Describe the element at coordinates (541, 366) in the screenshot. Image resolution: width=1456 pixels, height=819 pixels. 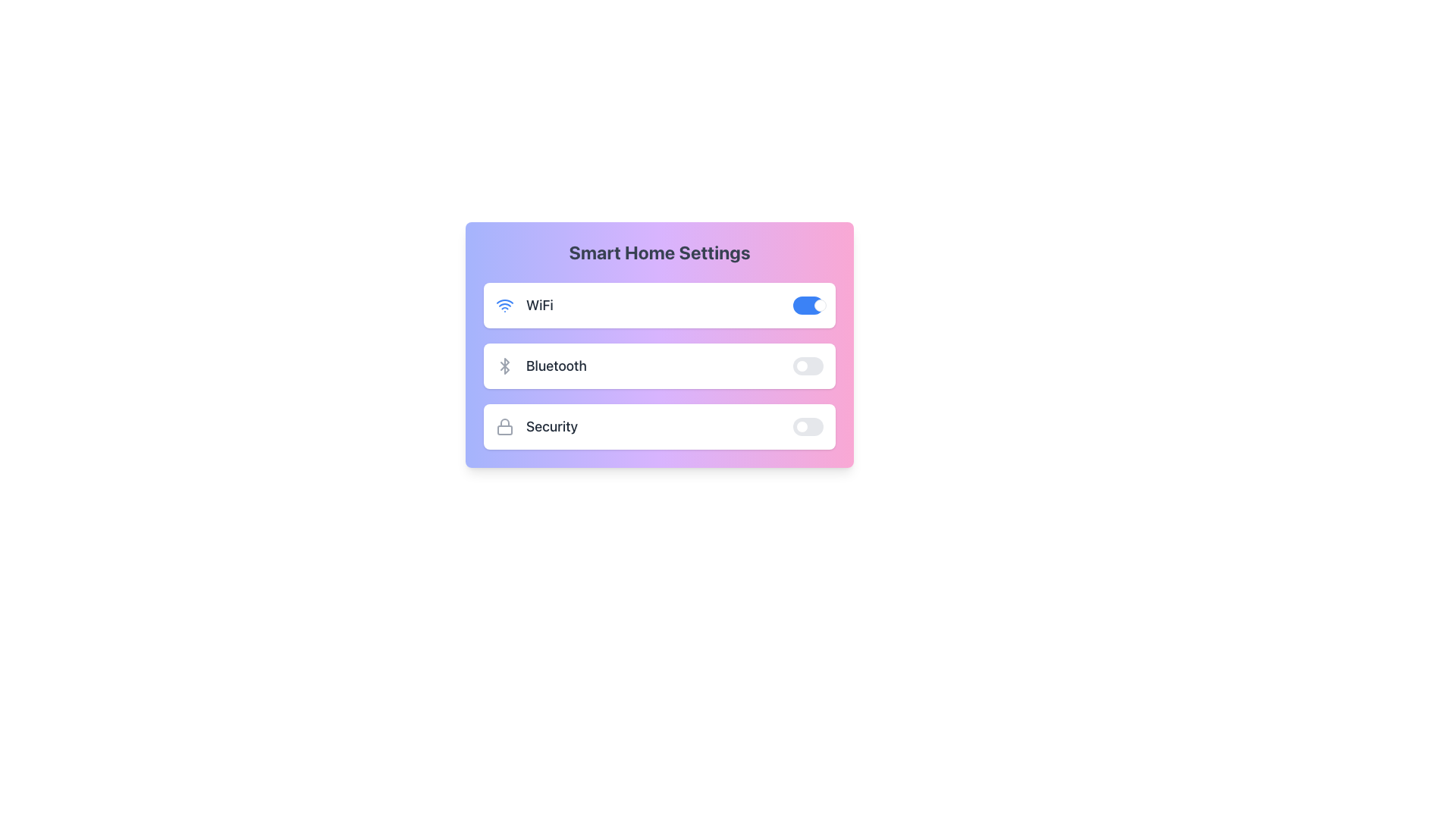
I see `the 'Bluetooth' text label and icon in the settings options list, which is the second item below 'WiFi' and above 'Security'` at that location.